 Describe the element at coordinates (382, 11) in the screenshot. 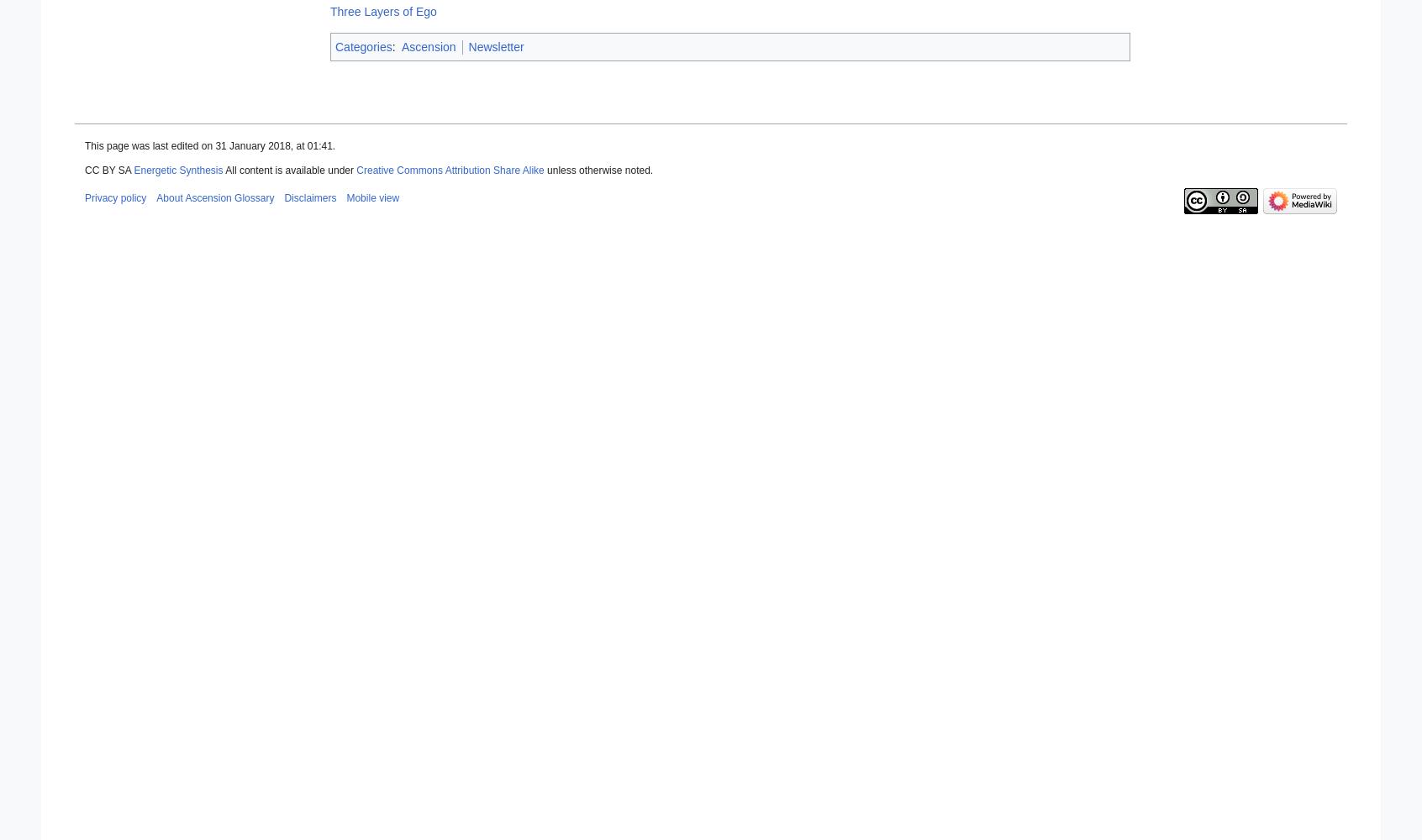

I see `'Three Layers of Ego'` at that location.